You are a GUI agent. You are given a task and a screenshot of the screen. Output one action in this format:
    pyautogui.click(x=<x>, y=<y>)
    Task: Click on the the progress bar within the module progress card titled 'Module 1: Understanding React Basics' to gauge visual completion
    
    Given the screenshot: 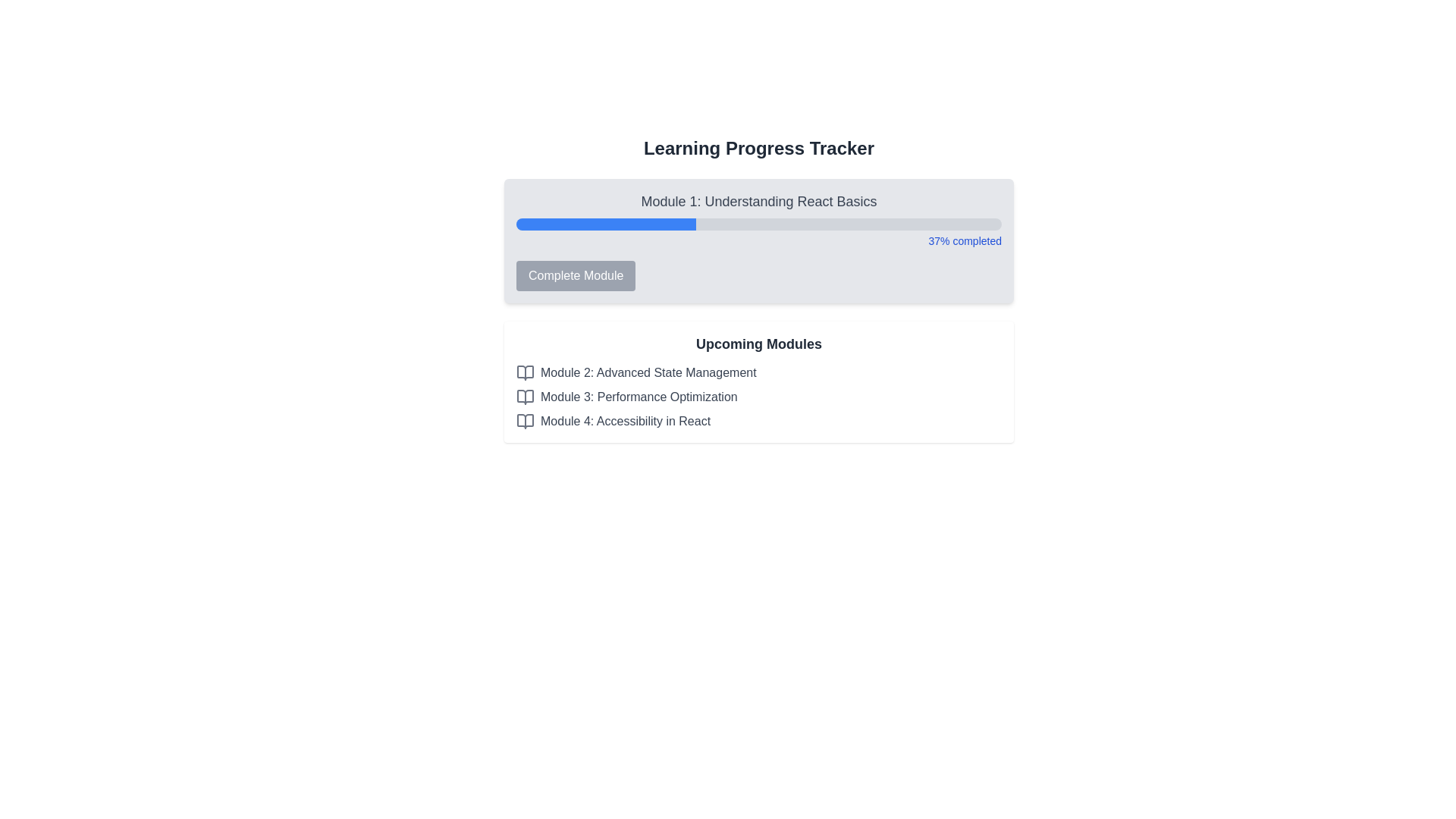 What is the action you would take?
    pyautogui.click(x=759, y=240)
    